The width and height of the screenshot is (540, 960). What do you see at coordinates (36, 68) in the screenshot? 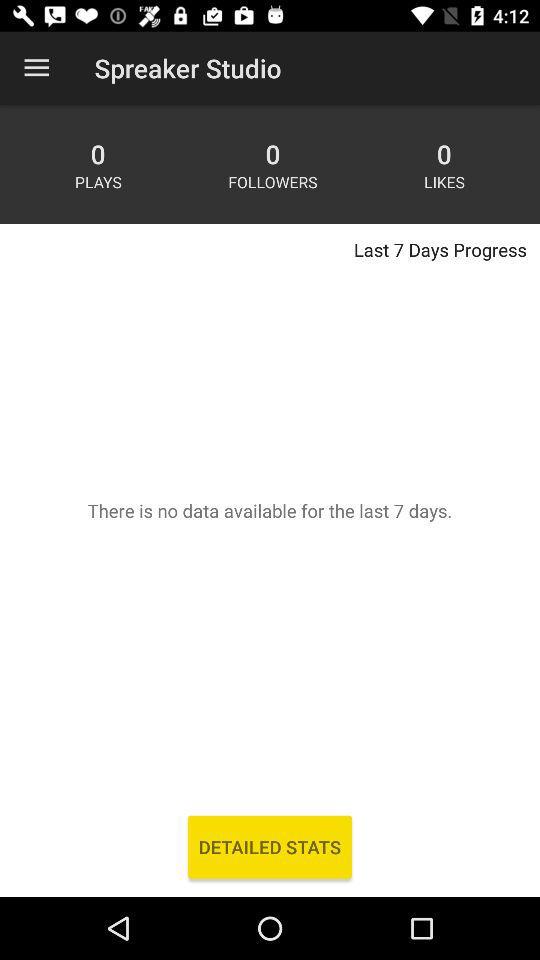
I see `app next to the spreaker studio app` at bounding box center [36, 68].